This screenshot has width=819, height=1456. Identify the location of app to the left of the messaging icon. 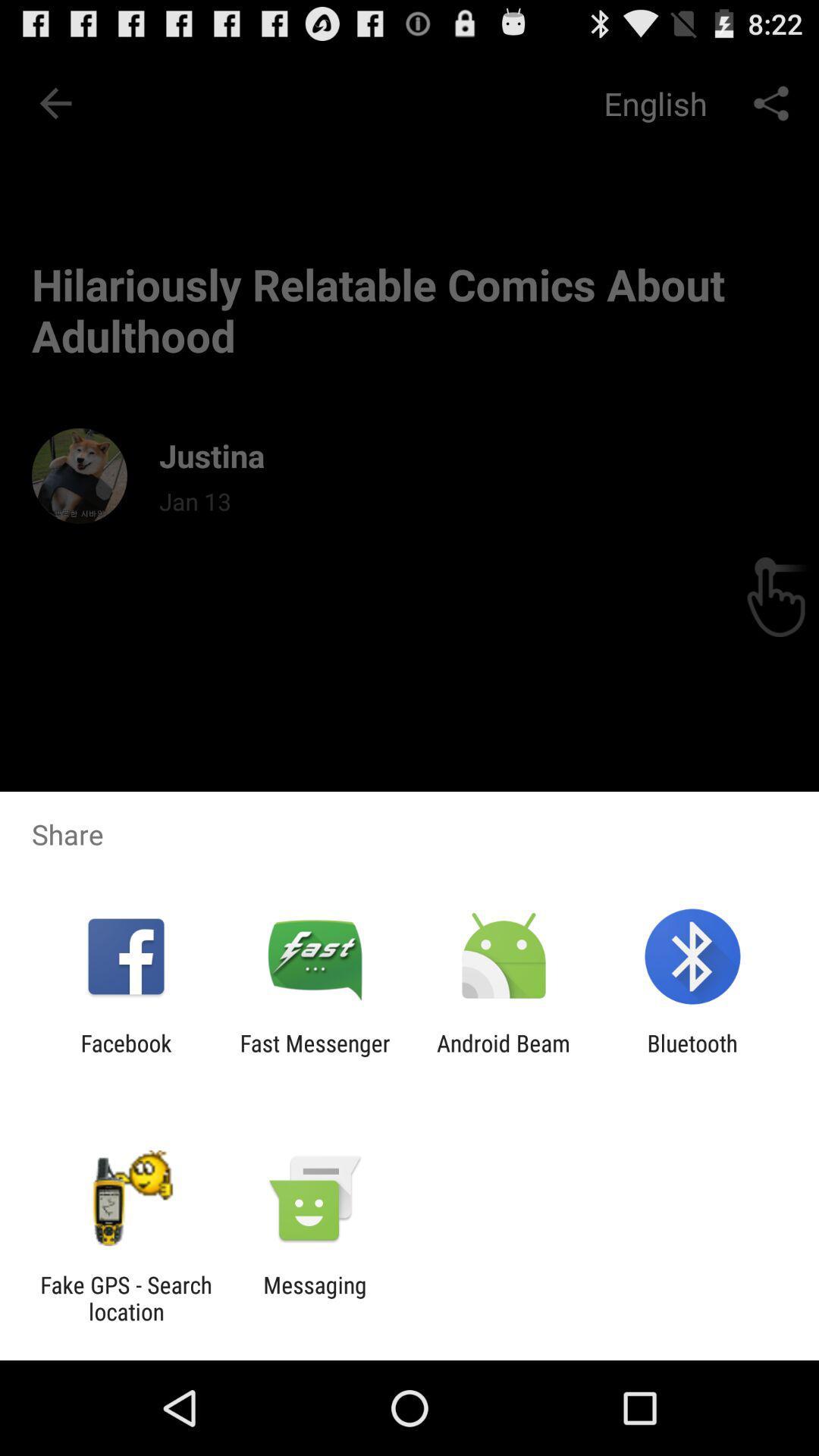
(125, 1298).